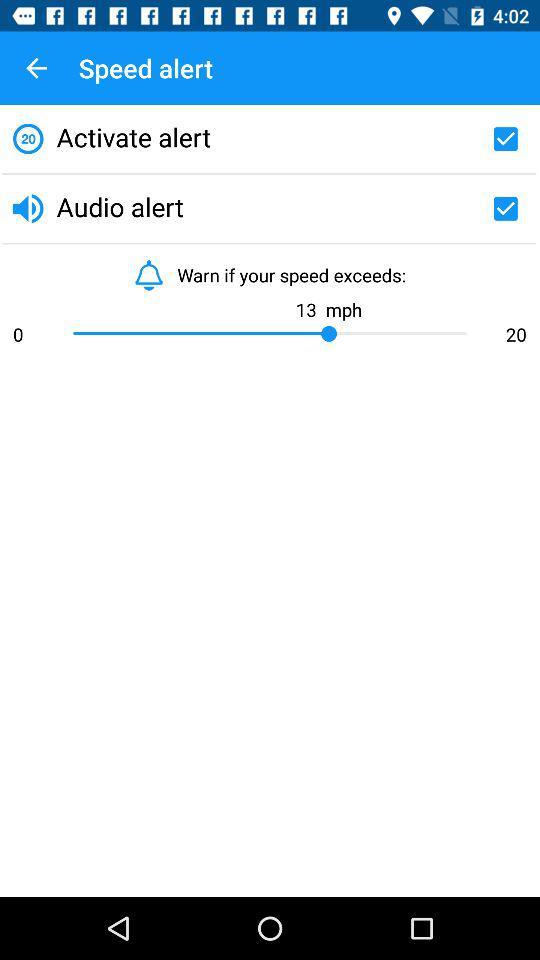  What do you see at coordinates (504, 138) in the screenshot?
I see `check activate alert option` at bounding box center [504, 138].